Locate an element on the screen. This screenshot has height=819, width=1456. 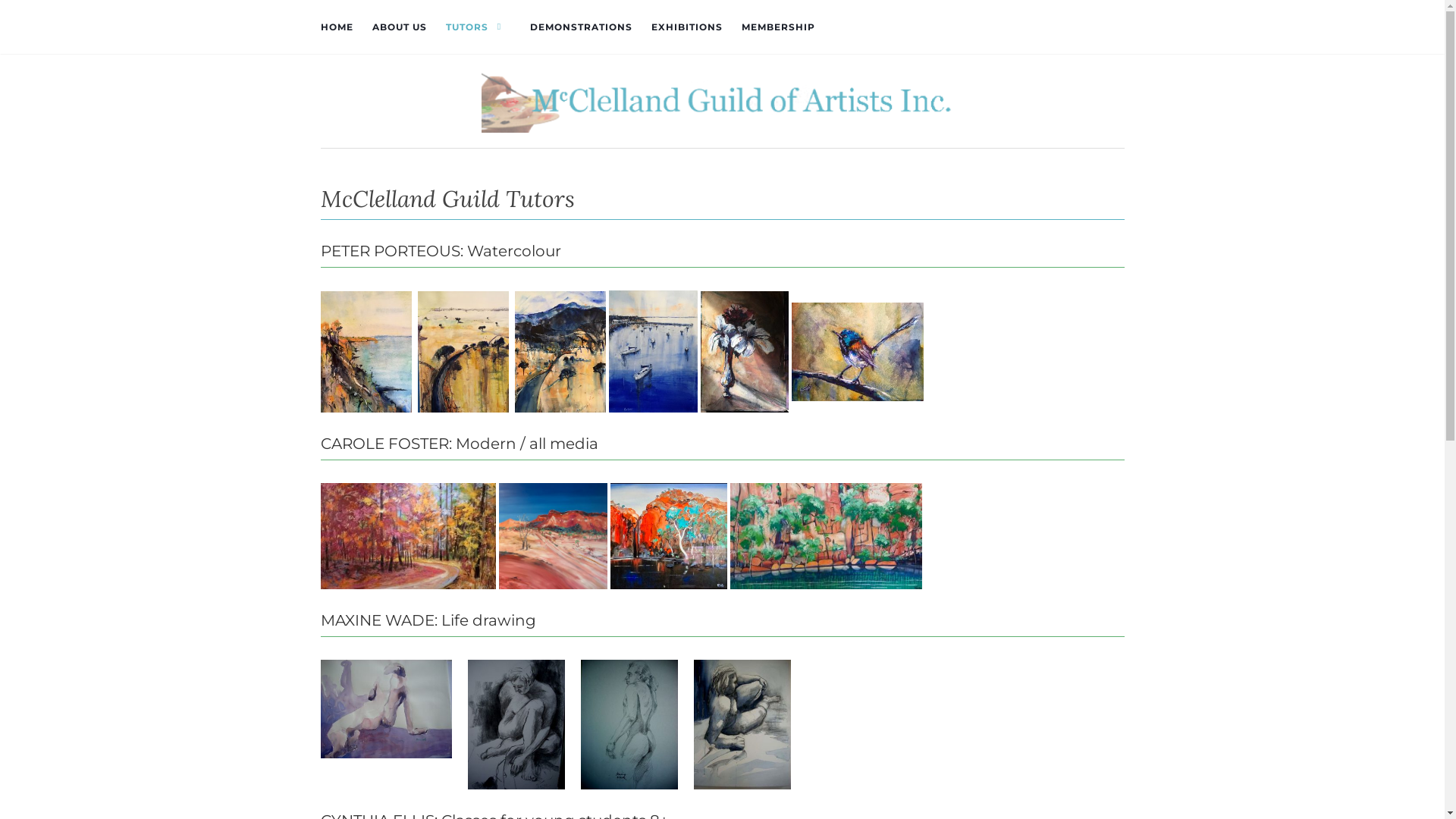
'DEMONSTRATIONS' is located at coordinates (529, 27).